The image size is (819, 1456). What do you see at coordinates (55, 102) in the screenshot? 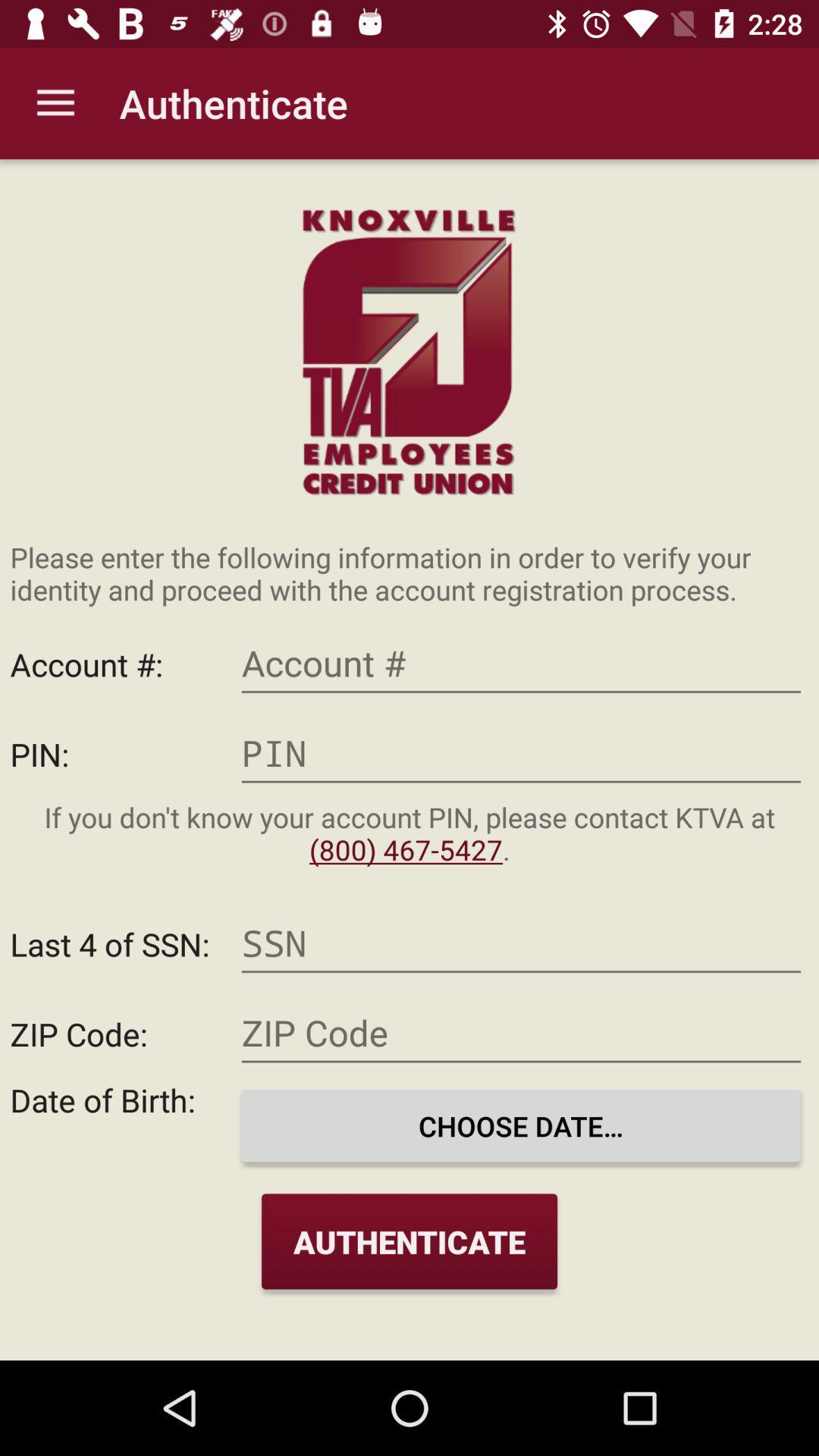
I see `item to the left of authenticate app` at bounding box center [55, 102].